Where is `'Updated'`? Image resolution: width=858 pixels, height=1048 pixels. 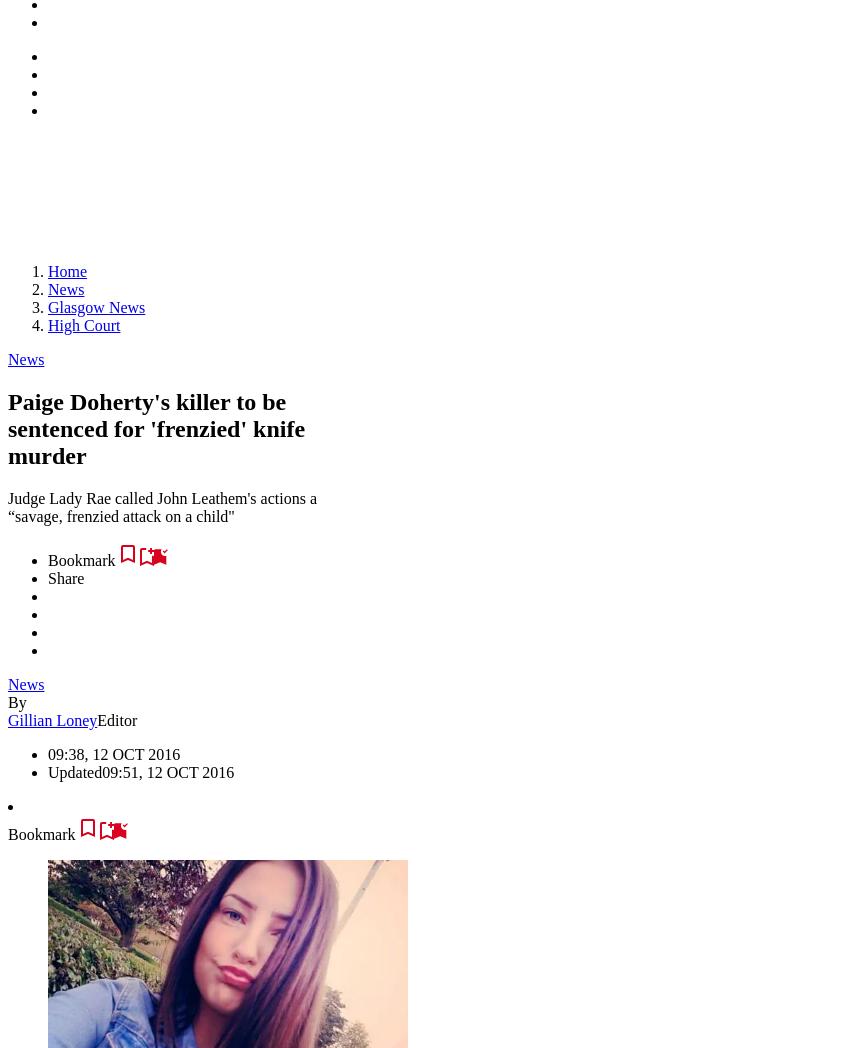
'Updated' is located at coordinates (73, 771).